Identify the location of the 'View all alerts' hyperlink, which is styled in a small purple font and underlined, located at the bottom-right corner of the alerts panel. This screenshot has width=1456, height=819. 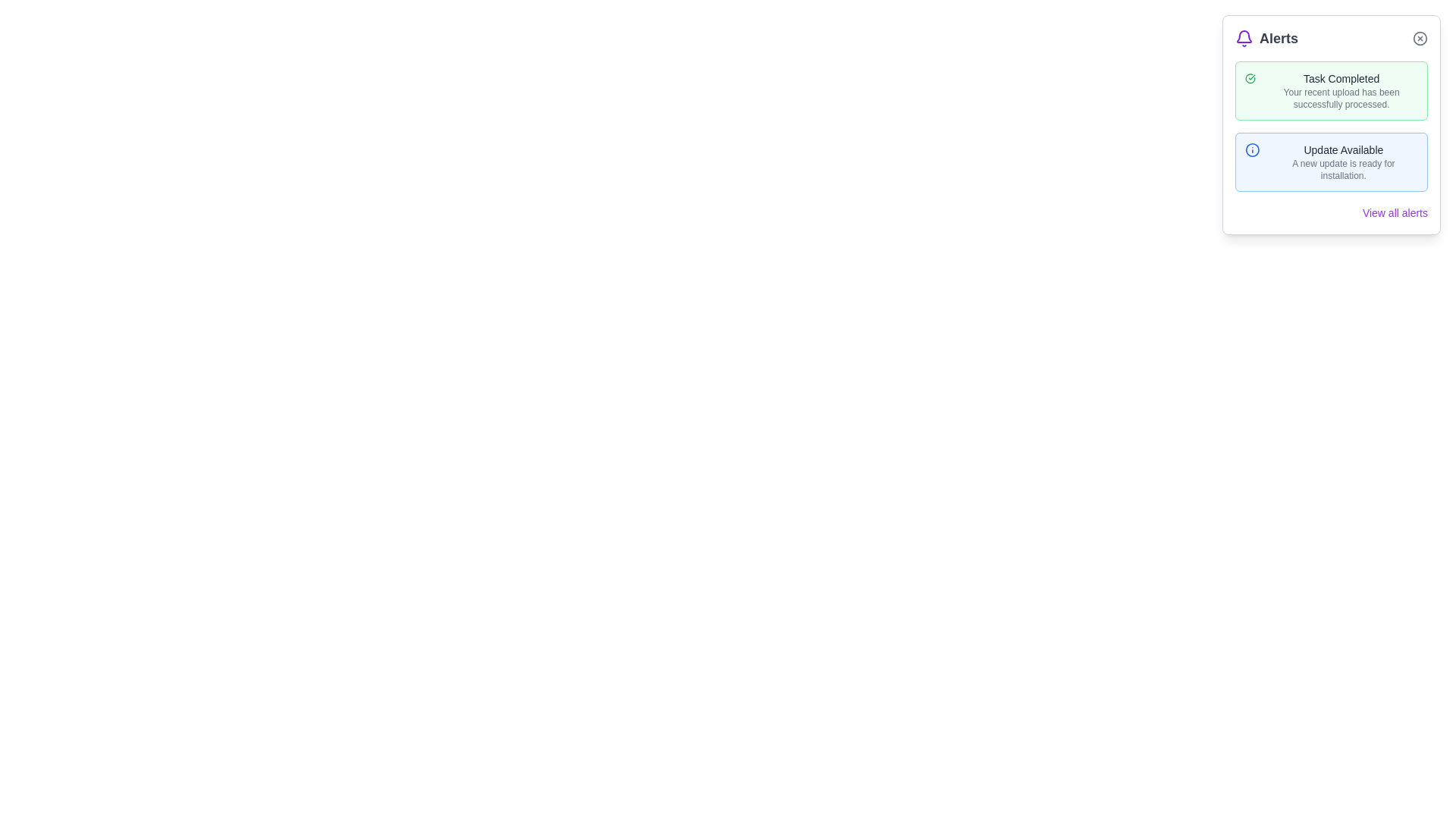
(1331, 213).